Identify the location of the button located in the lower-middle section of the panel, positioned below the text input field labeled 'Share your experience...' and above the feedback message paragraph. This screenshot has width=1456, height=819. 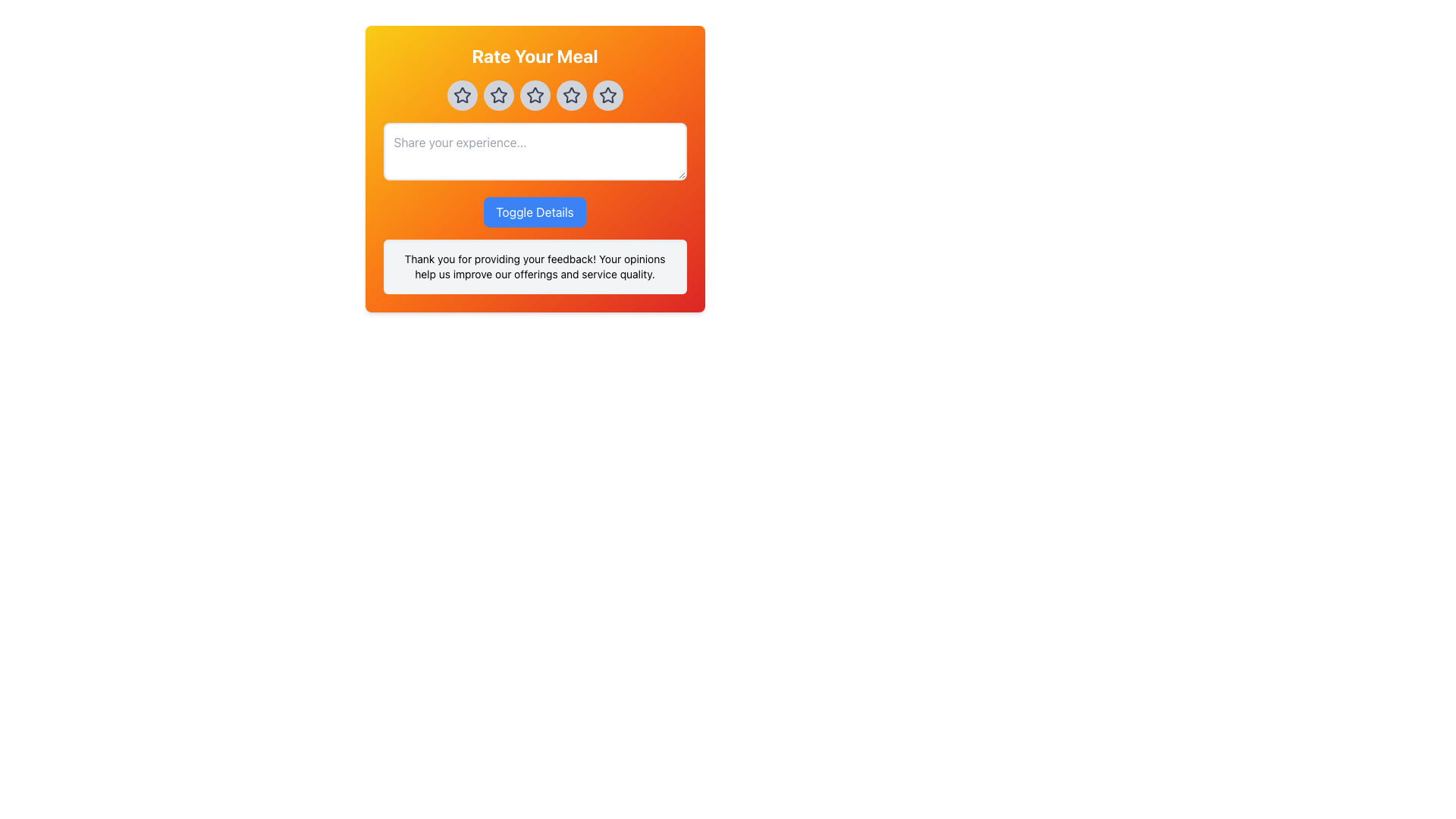
(535, 212).